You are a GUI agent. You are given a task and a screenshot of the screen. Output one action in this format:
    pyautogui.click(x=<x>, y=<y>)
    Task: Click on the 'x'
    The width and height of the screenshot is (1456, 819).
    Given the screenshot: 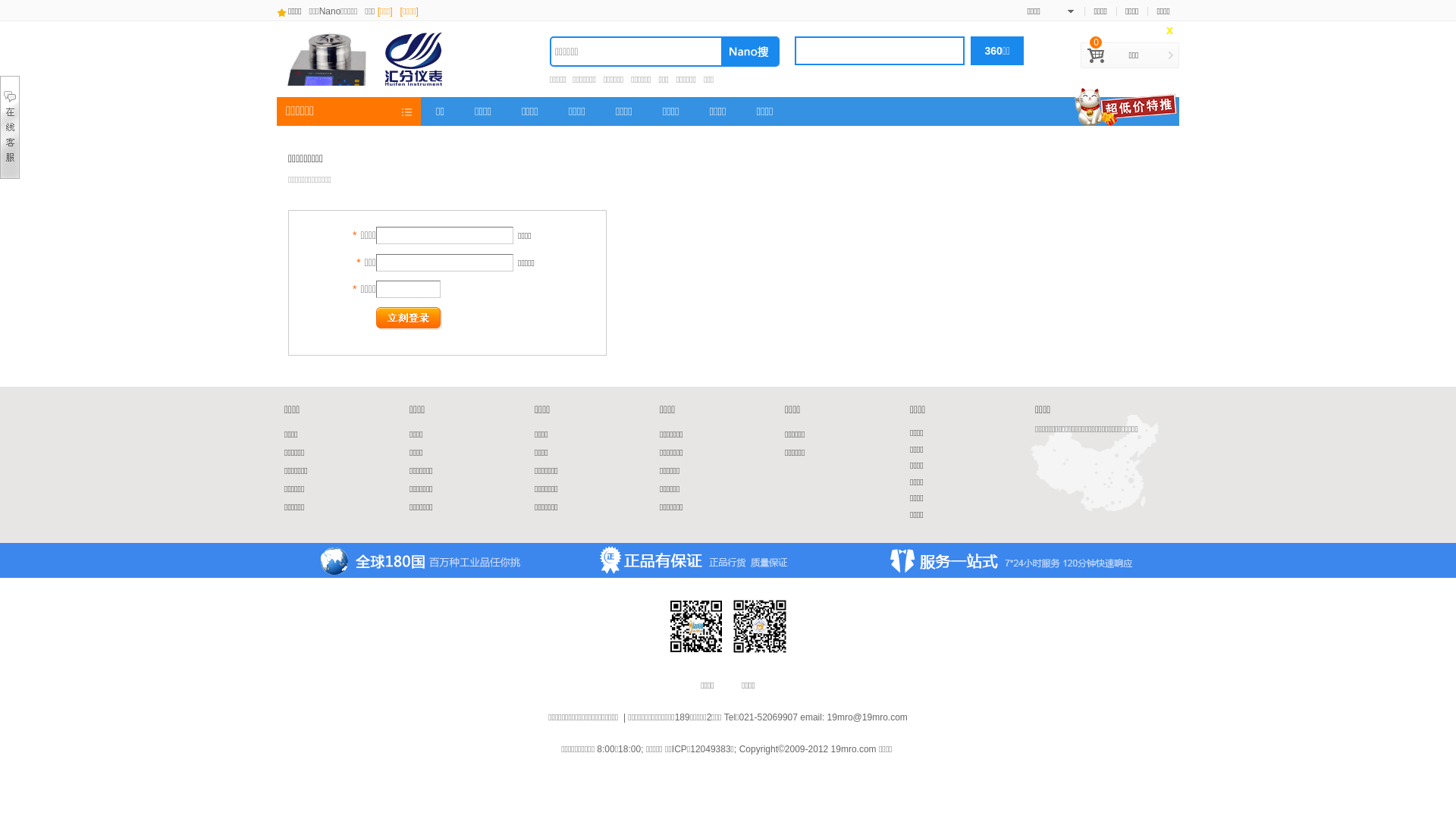 What is the action you would take?
    pyautogui.click(x=1169, y=30)
    